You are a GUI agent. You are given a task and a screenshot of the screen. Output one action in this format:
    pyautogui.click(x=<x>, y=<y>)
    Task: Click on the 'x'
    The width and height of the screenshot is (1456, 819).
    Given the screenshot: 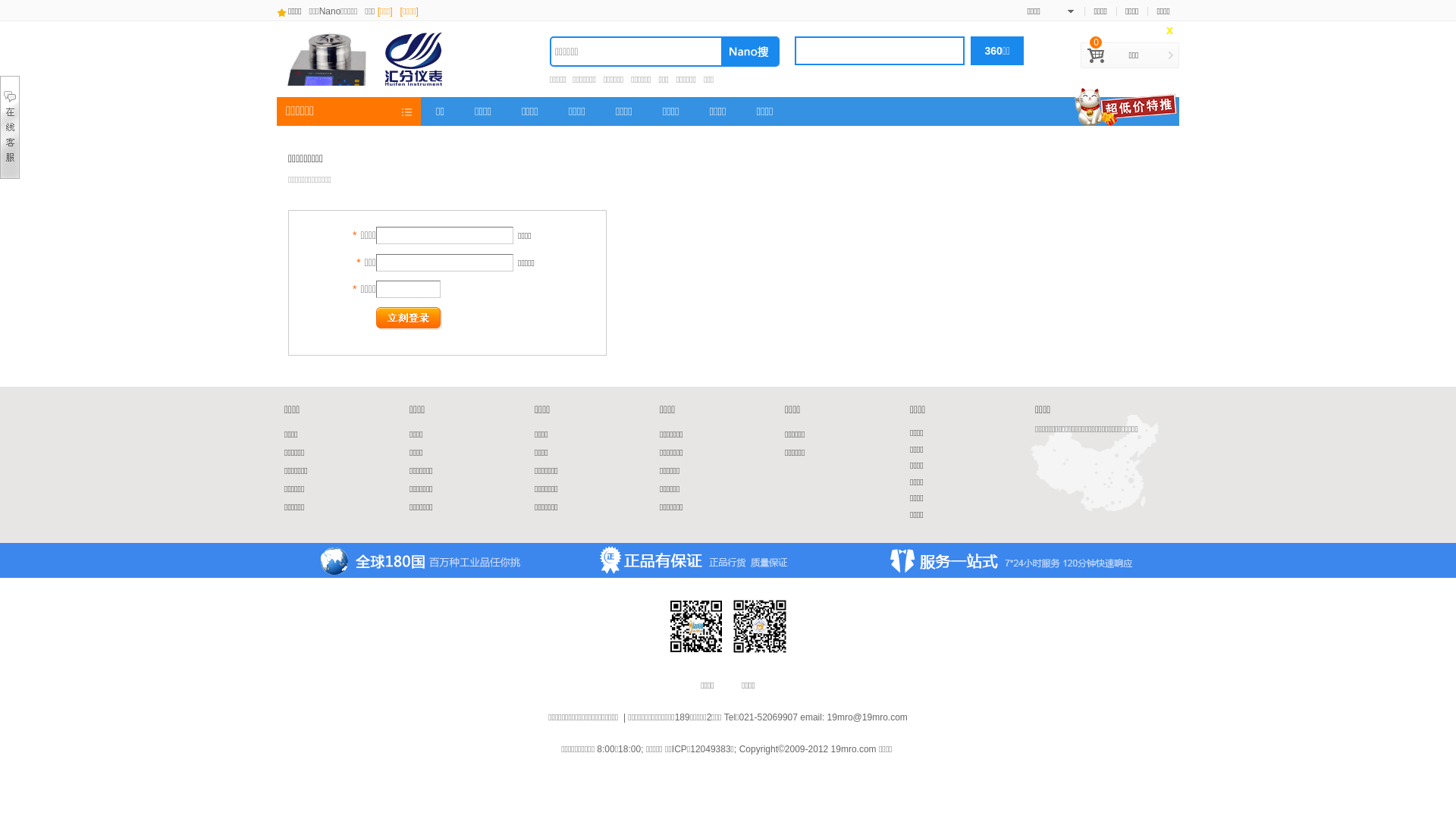 What is the action you would take?
    pyautogui.click(x=1169, y=30)
    